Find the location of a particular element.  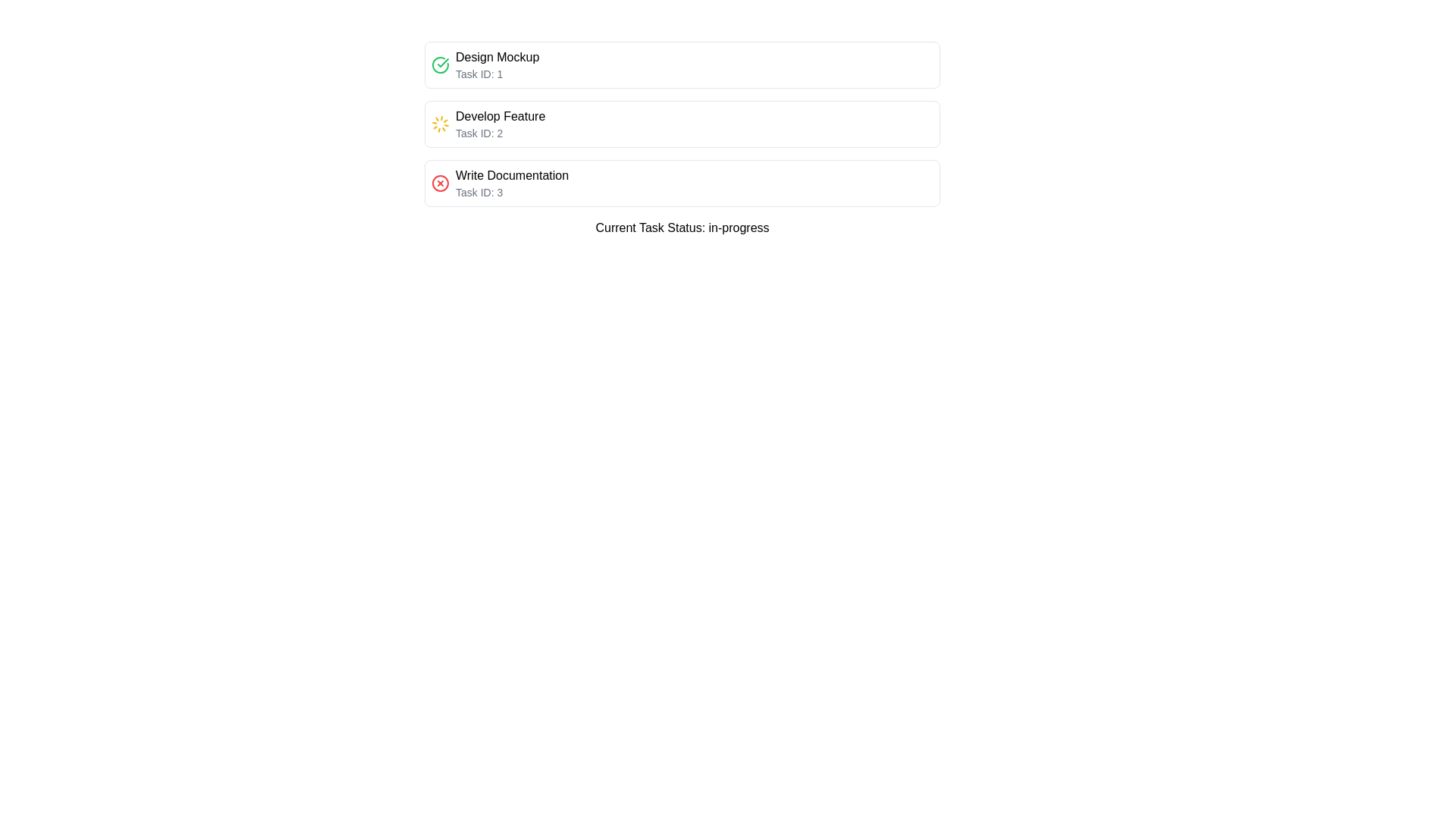

the Static Text Component that displays the title and ID of a task item, located as the third item in the vertical task list is located at coordinates (512, 183).